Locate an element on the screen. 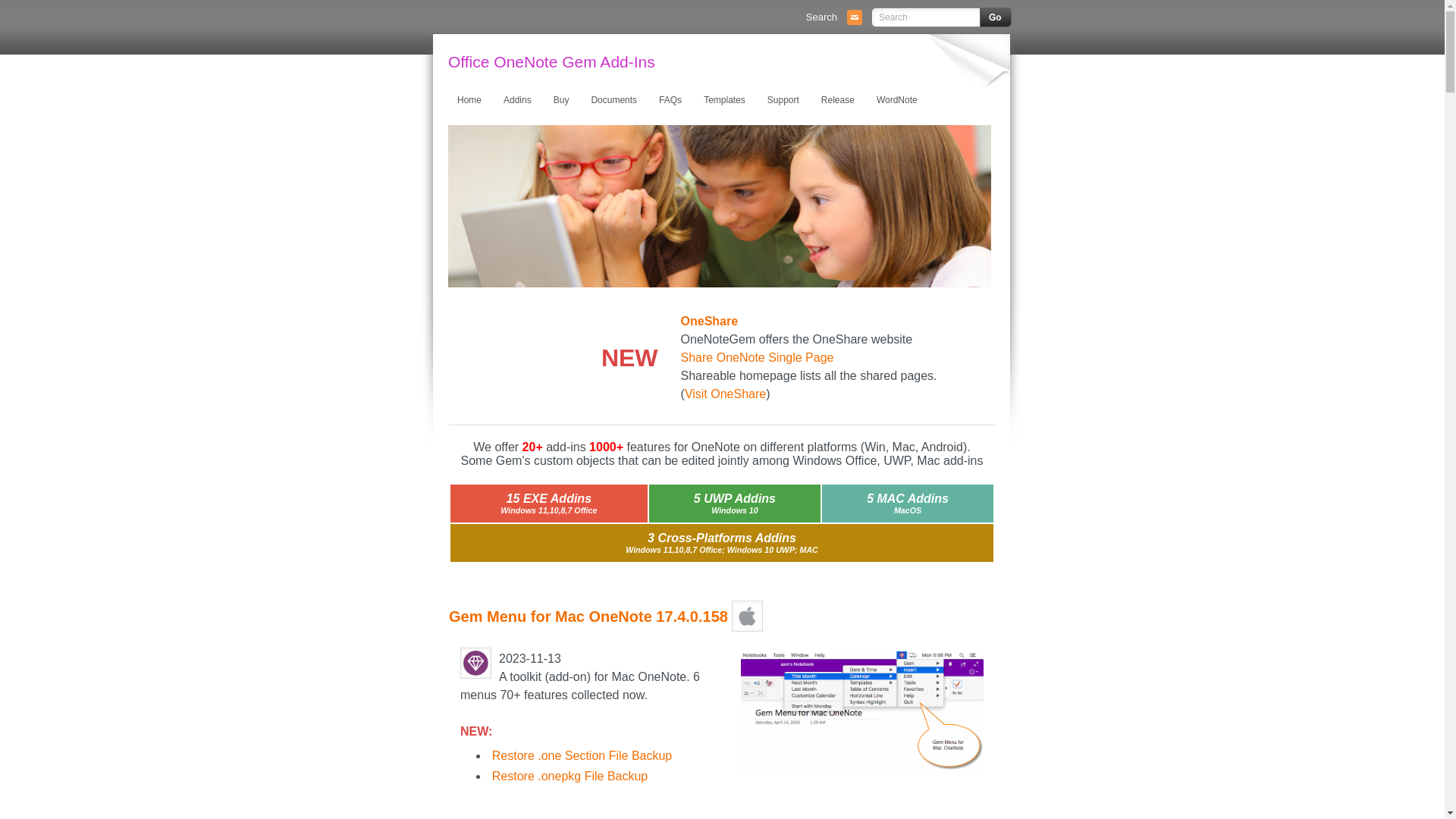 The height and width of the screenshot is (819, 1456). 'OneShare' is located at coordinates (709, 320).